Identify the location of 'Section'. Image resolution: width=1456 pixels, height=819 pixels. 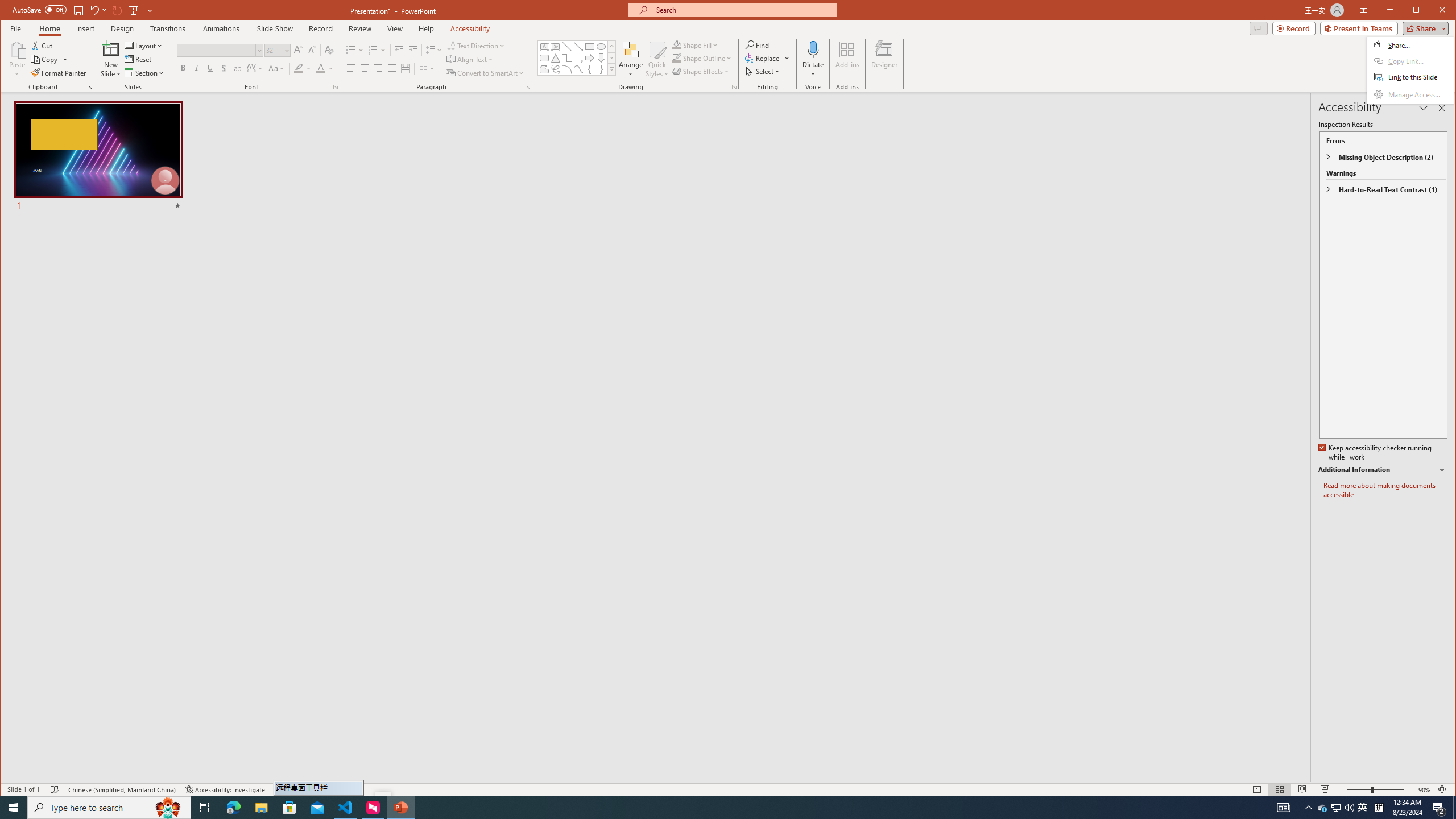
(144, 72).